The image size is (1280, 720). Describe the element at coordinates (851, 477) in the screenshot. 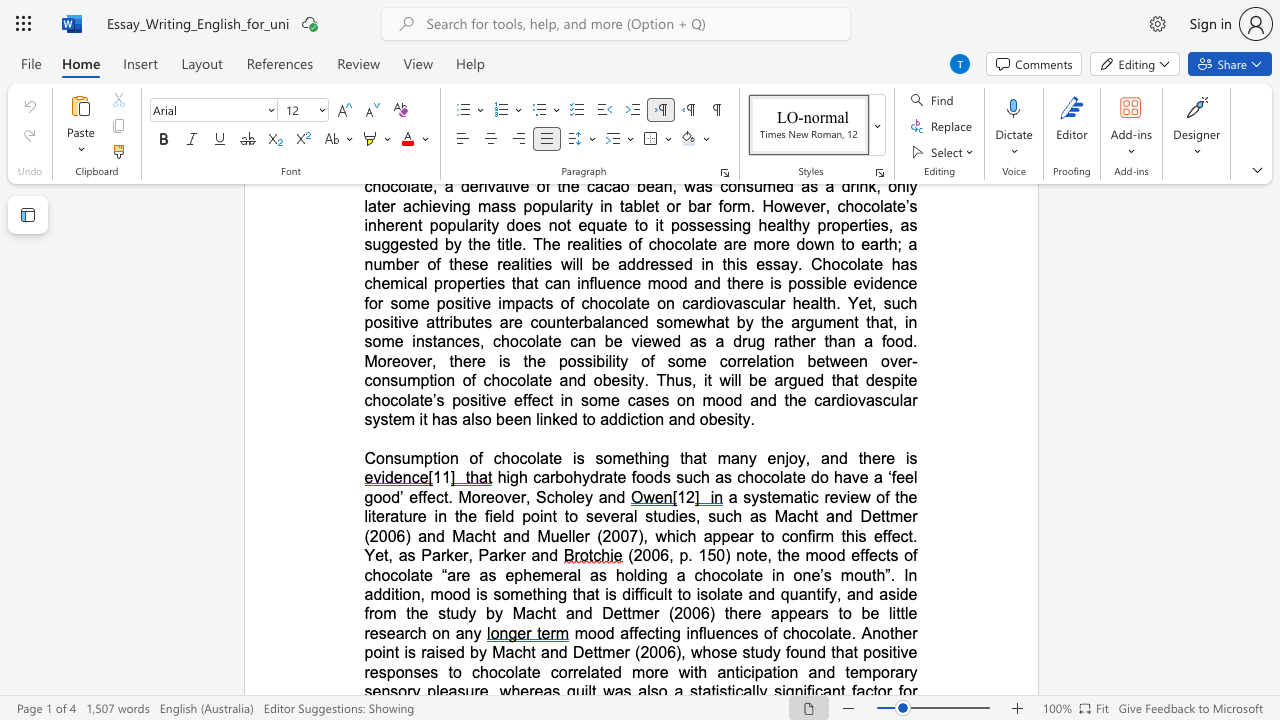

I see `the space between the continuous character "a" and "v" in the text` at that location.